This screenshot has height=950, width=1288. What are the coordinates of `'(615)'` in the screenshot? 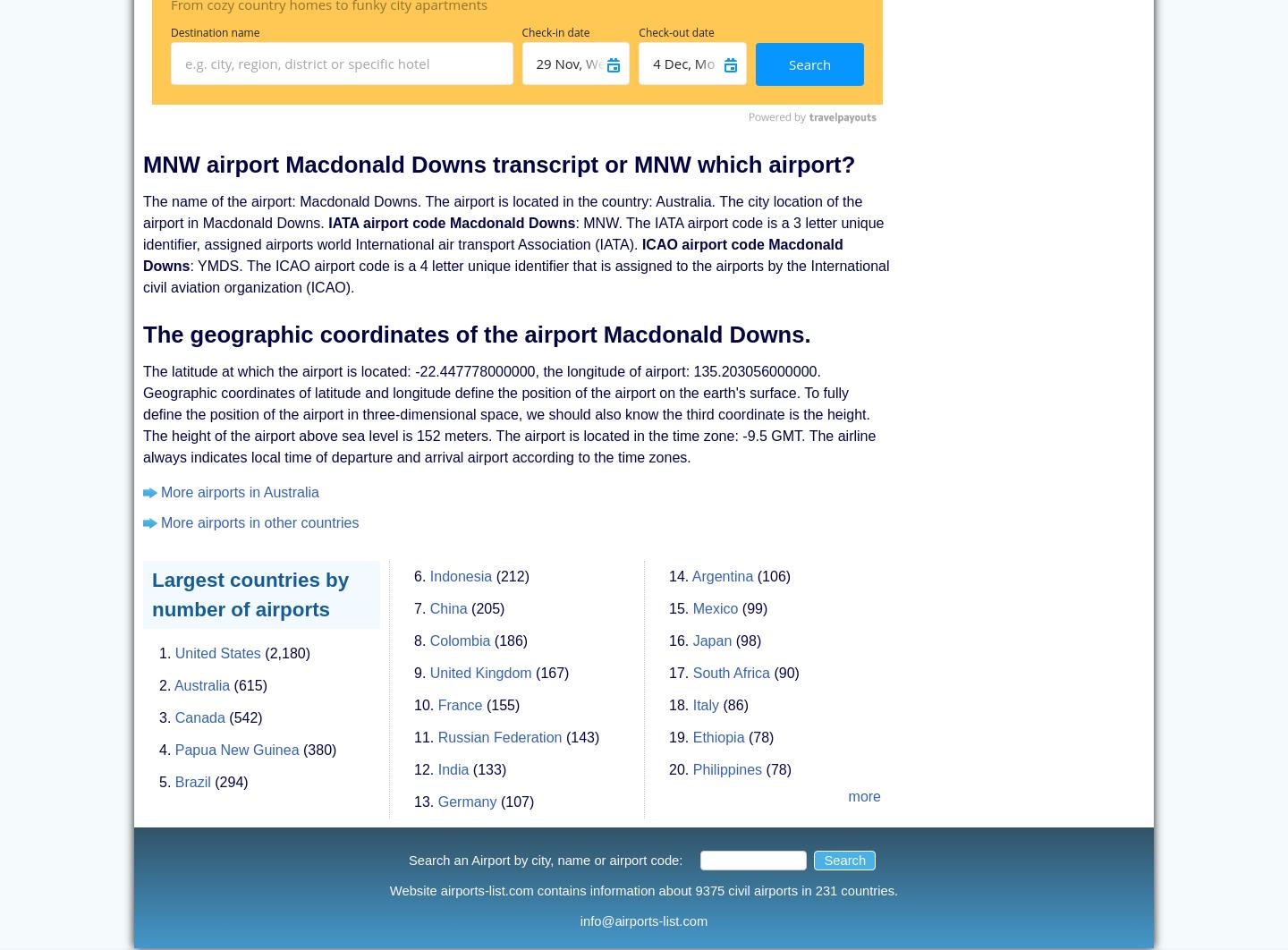 It's located at (249, 685).